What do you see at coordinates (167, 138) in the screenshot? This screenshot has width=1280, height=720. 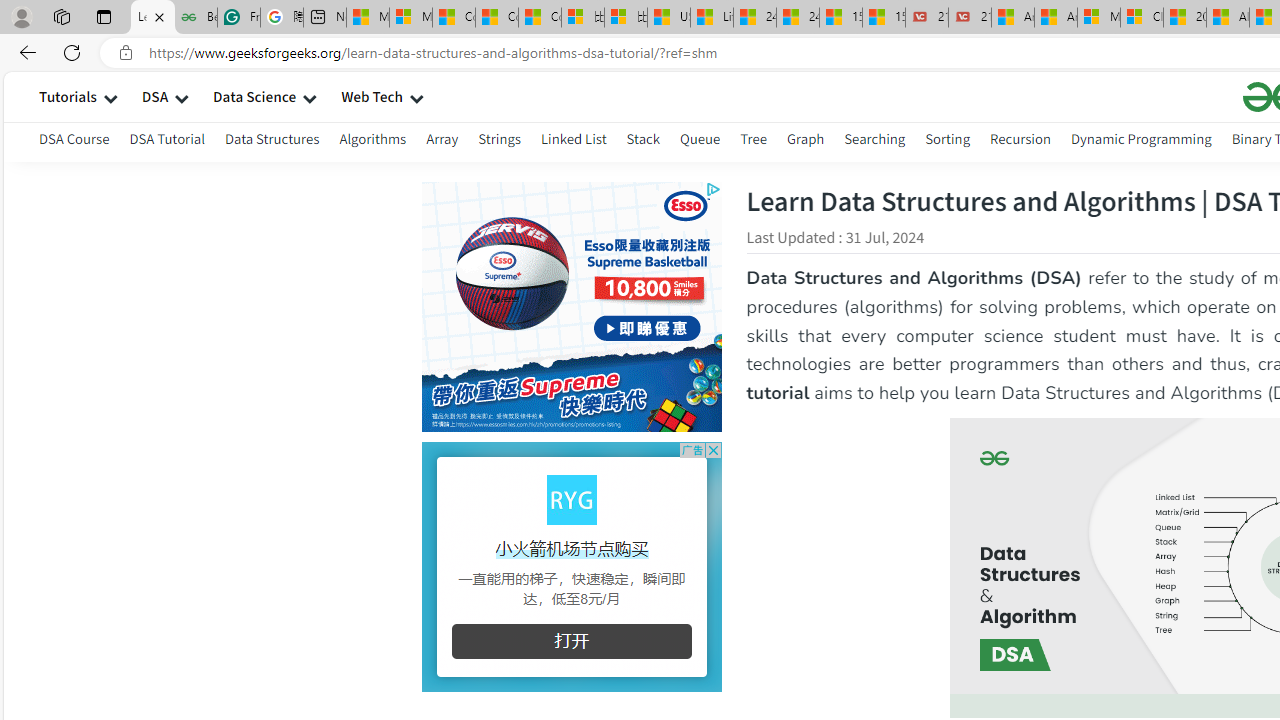 I see `'DSA Tutorial'` at bounding box center [167, 138].